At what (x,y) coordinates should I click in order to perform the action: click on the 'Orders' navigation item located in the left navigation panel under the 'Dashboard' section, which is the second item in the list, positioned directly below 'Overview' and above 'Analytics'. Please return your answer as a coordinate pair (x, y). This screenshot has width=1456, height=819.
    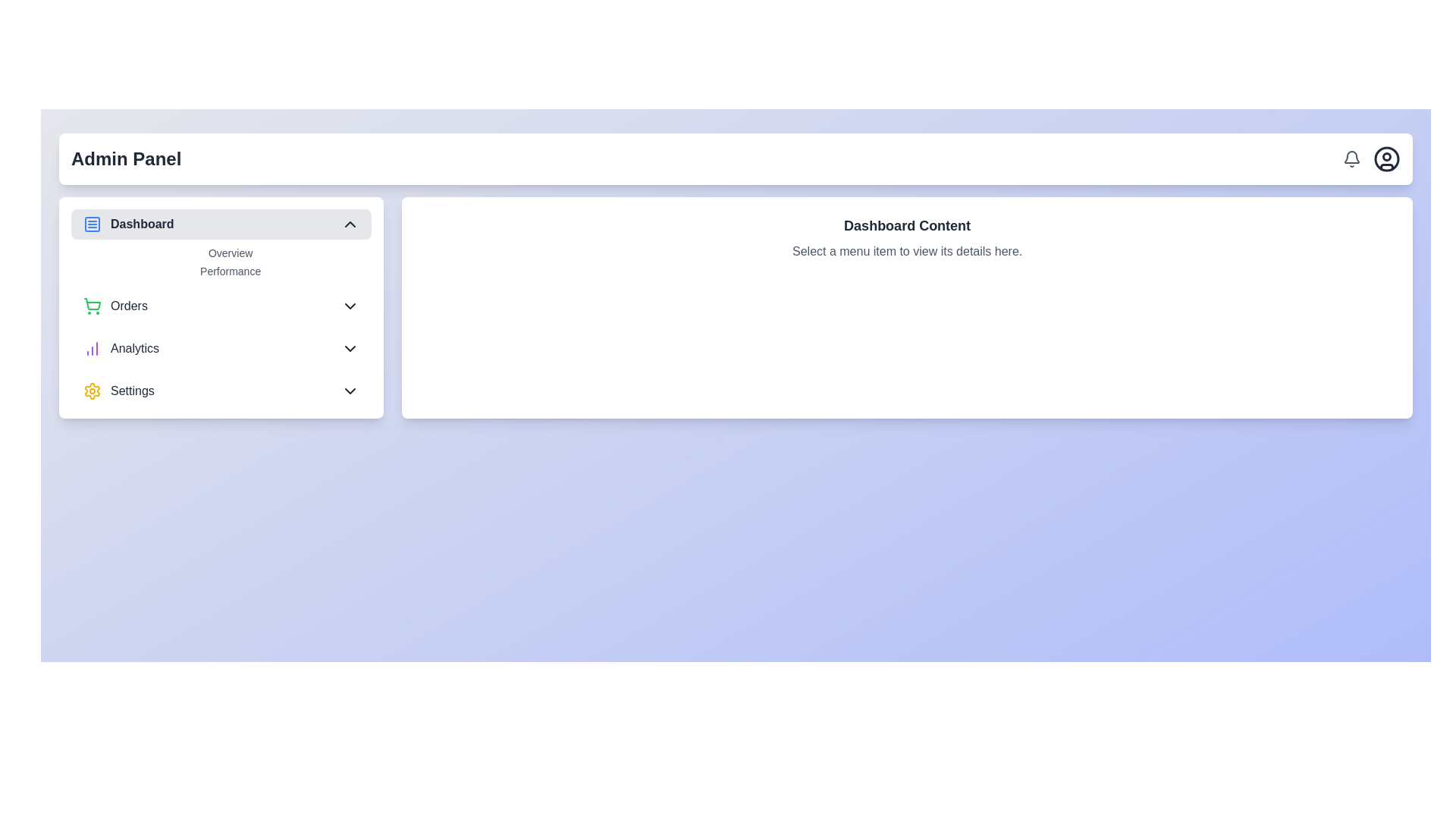
    Looking at the image, I should click on (115, 306).